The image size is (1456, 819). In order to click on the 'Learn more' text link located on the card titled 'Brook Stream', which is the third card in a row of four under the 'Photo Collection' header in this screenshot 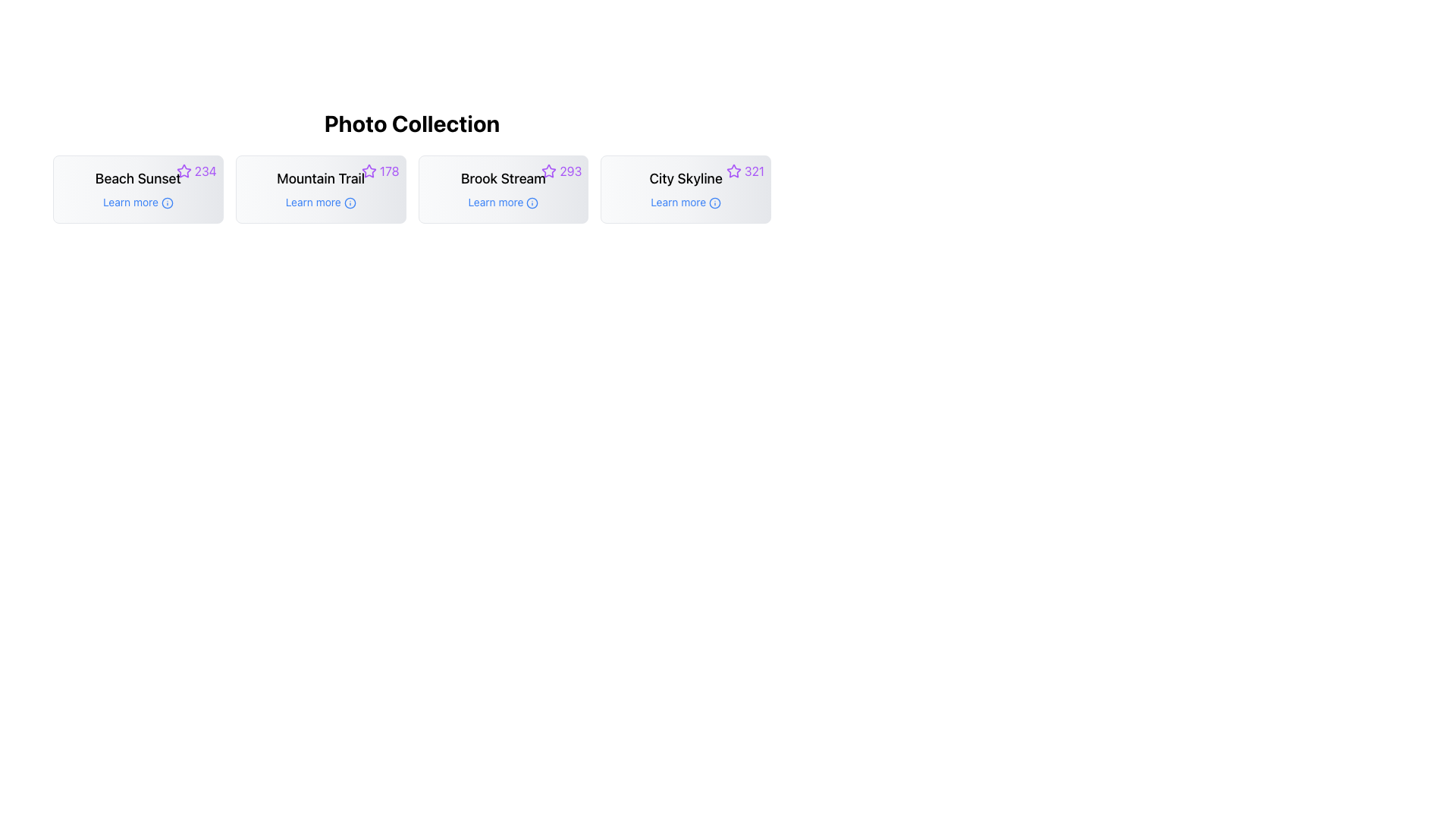, I will do `click(503, 189)`.